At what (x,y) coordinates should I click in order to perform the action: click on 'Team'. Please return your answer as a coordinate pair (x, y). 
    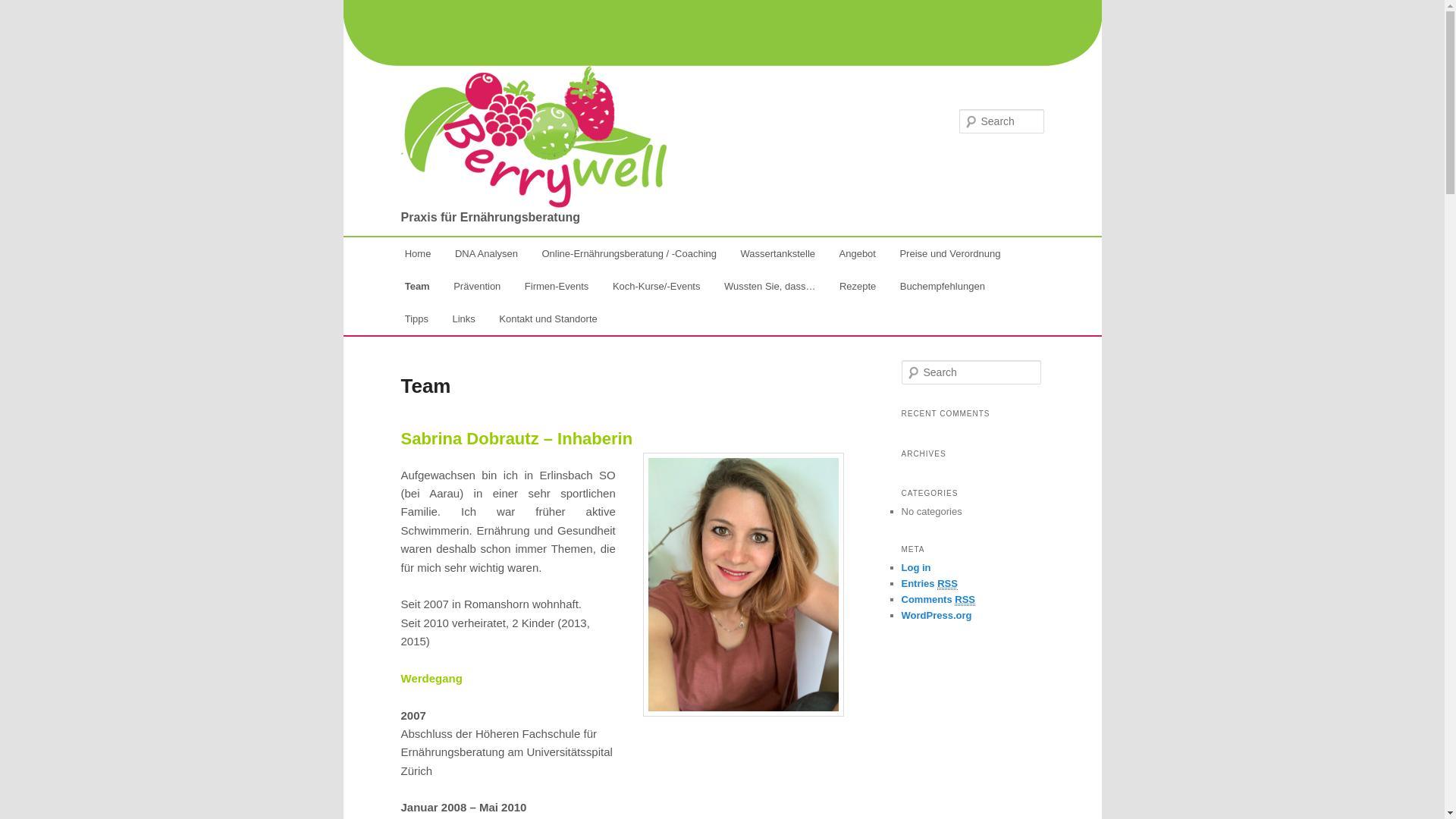
    Looking at the image, I should click on (393, 286).